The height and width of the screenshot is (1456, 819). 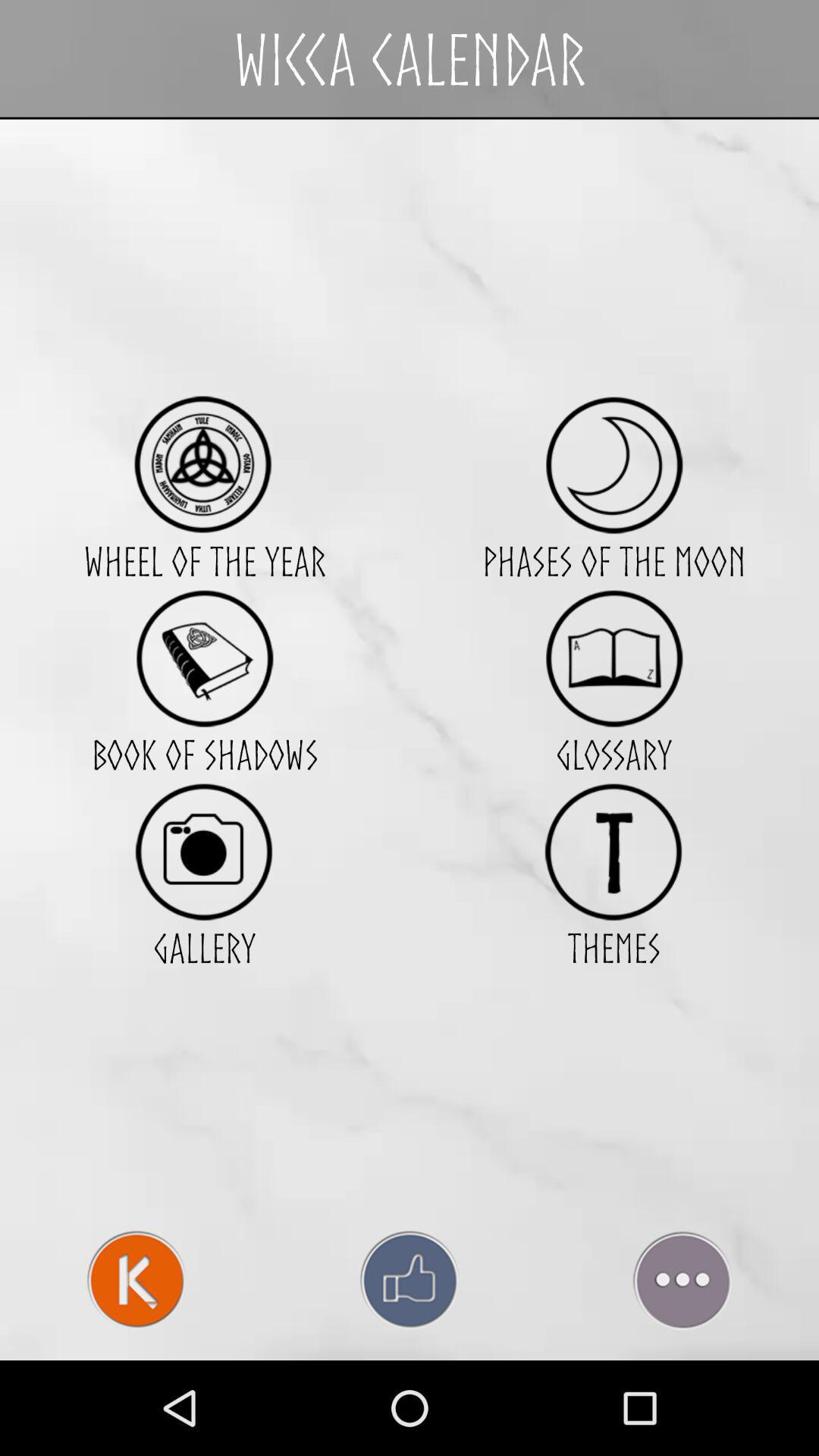 I want to click on the wheel of the year, so click(x=203, y=464).